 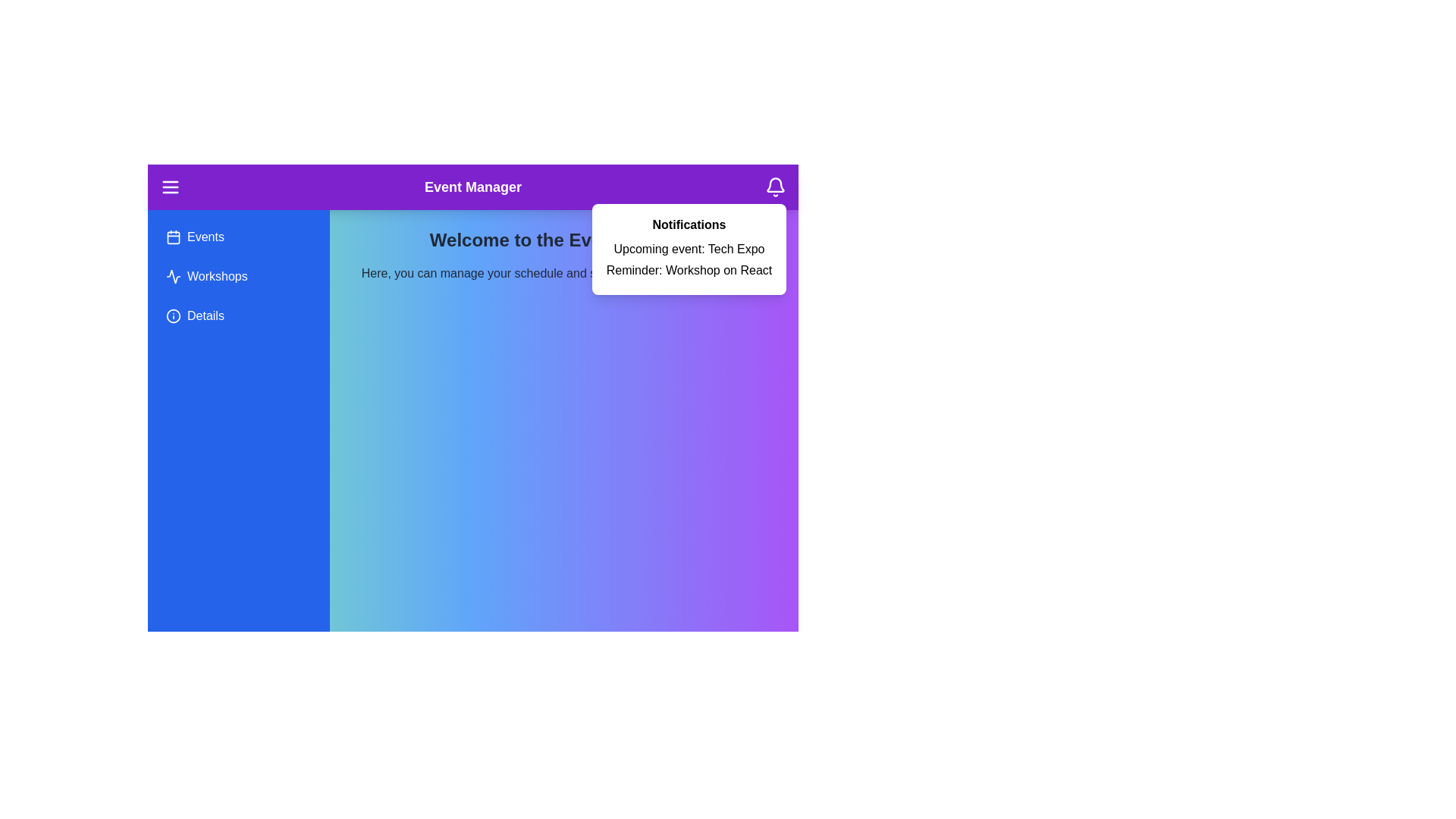 What do you see at coordinates (238, 237) in the screenshot?
I see `the sidebar menu item Events to interact with it` at bounding box center [238, 237].